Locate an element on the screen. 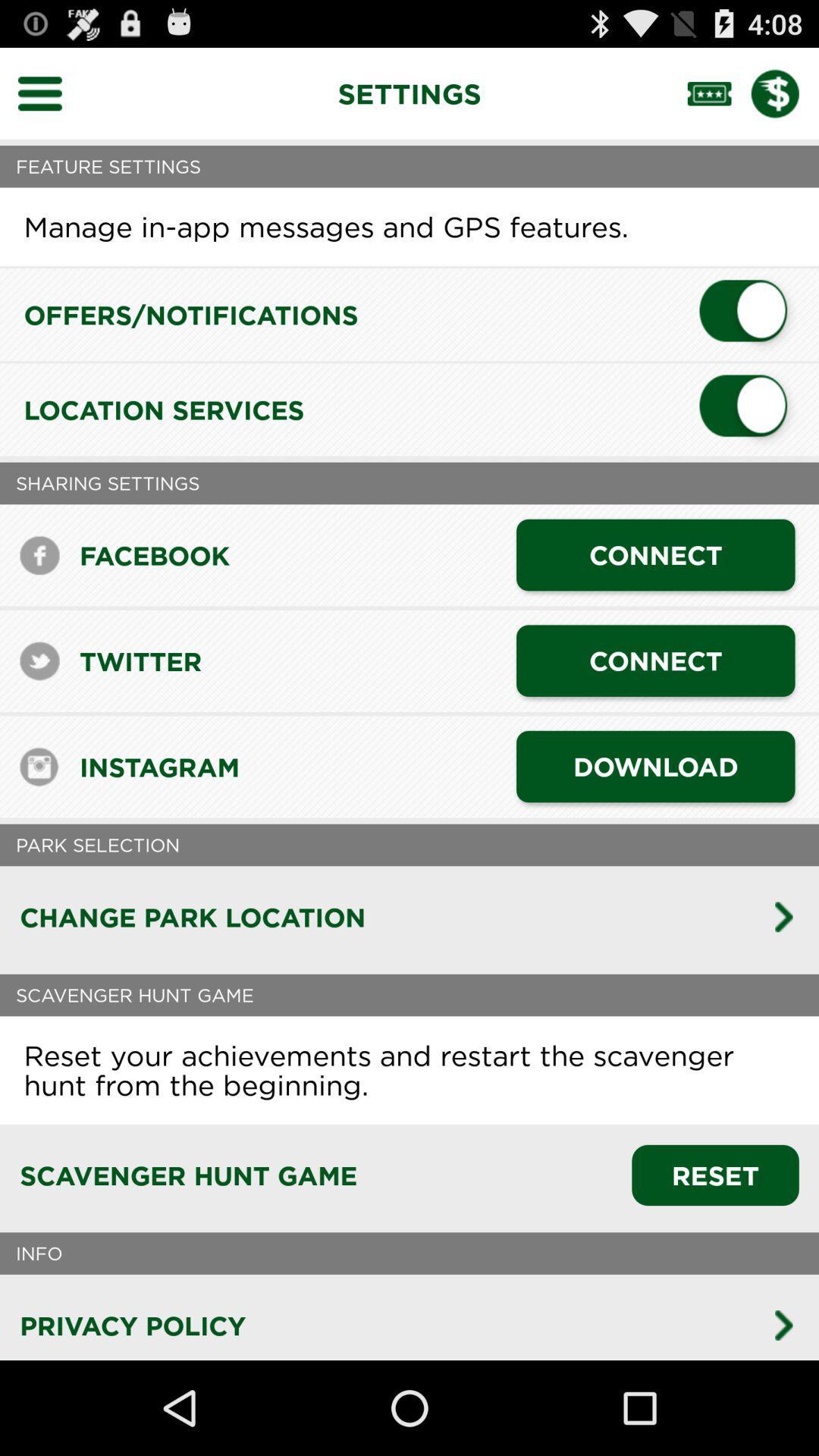  quick checkout is located at coordinates (785, 93).